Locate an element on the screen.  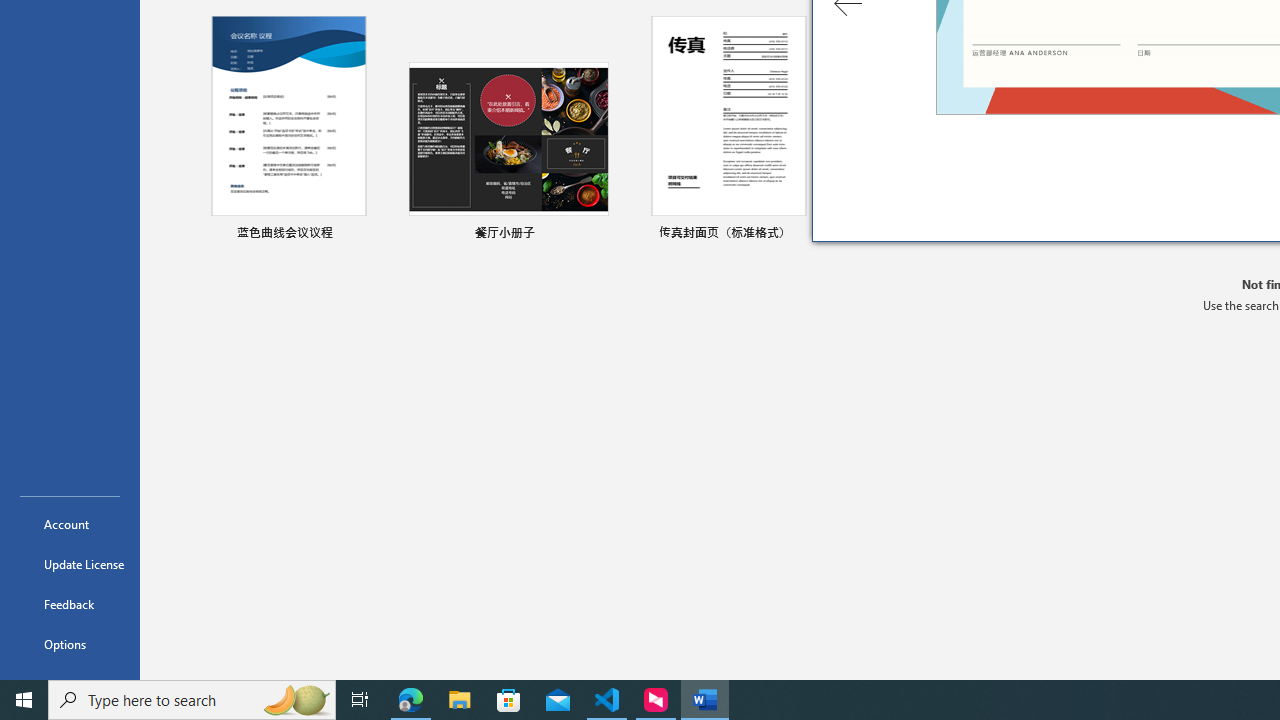
'Account' is located at coordinates (69, 523).